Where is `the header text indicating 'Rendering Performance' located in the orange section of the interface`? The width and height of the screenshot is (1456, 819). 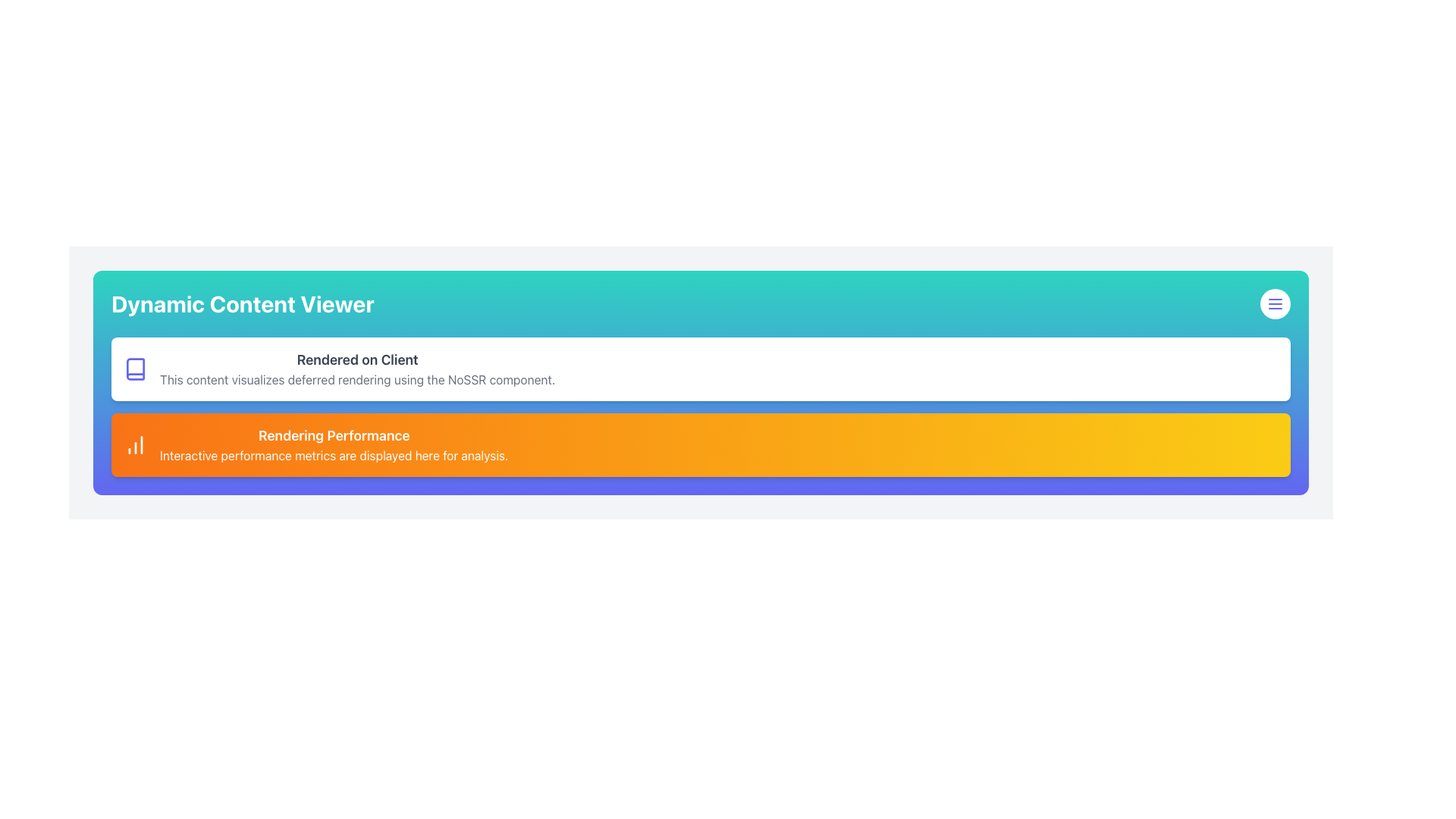 the header text indicating 'Rendering Performance' located in the orange section of the interface is located at coordinates (333, 435).